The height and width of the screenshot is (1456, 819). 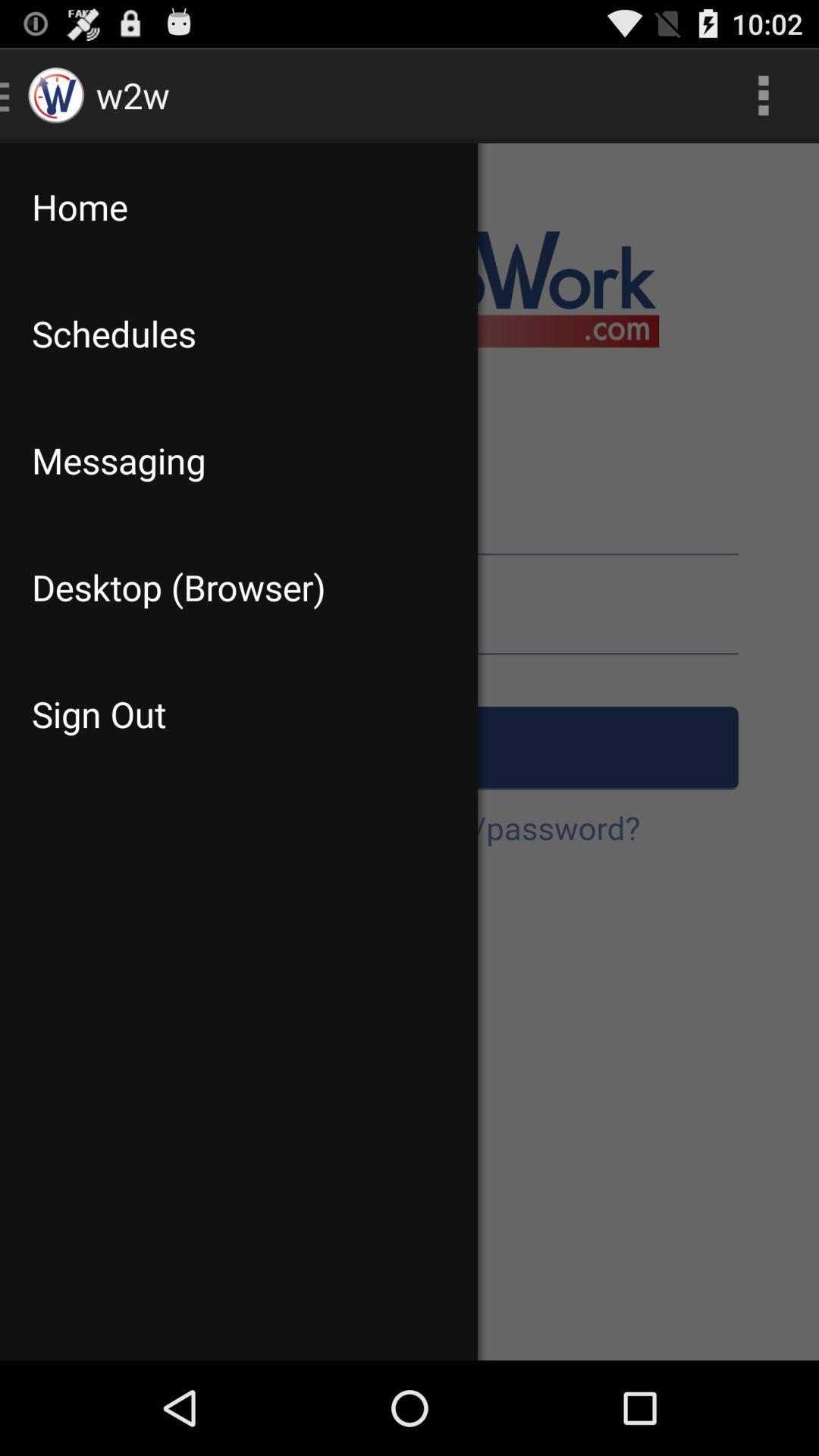 What do you see at coordinates (239, 586) in the screenshot?
I see `the desktop (browser) item` at bounding box center [239, 586].